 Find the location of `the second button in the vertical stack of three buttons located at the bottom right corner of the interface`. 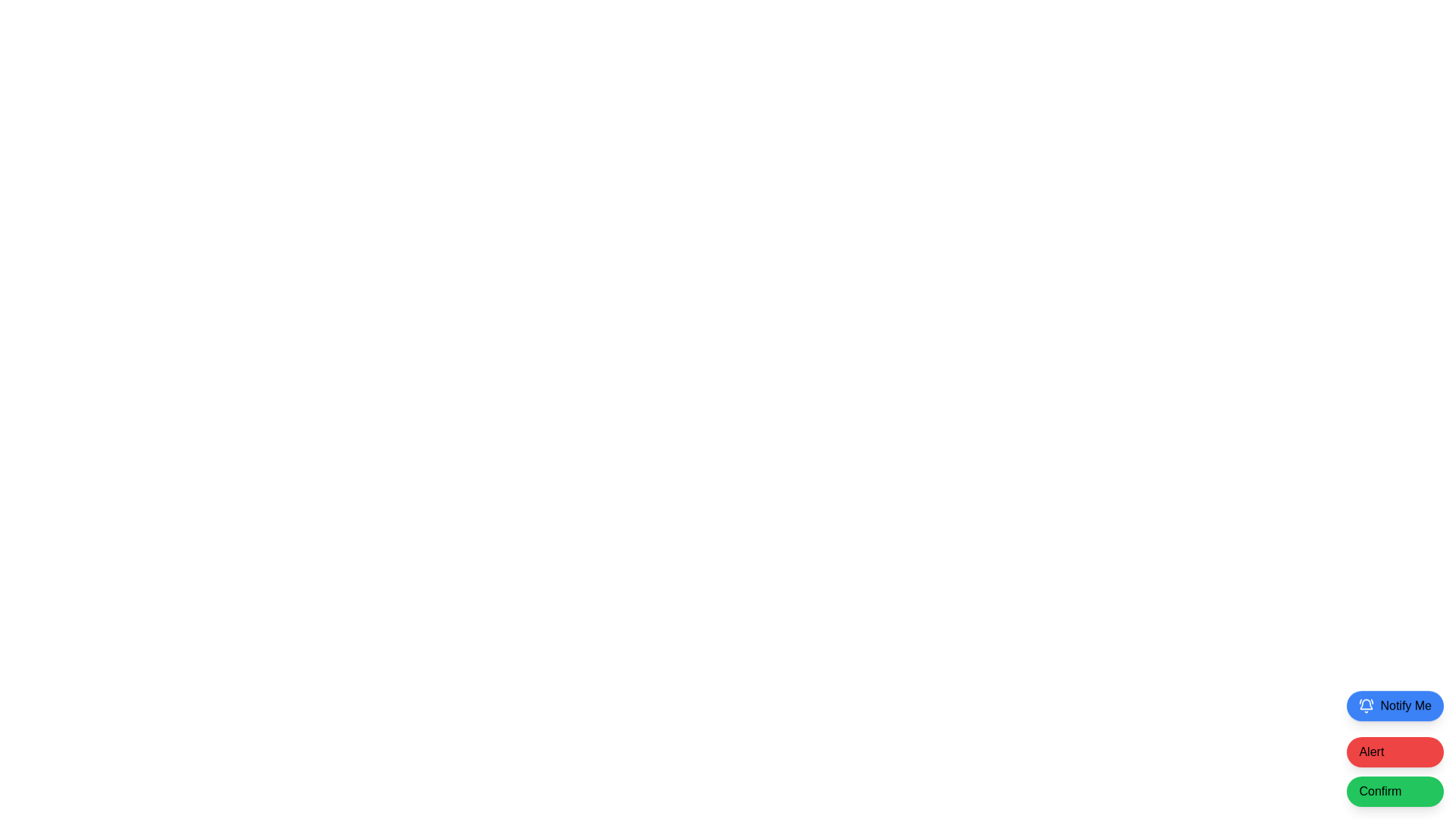

the second button in the vertical stack of three buttons located at the bottom right corner of the interface is located at coordinates (1395, 752).